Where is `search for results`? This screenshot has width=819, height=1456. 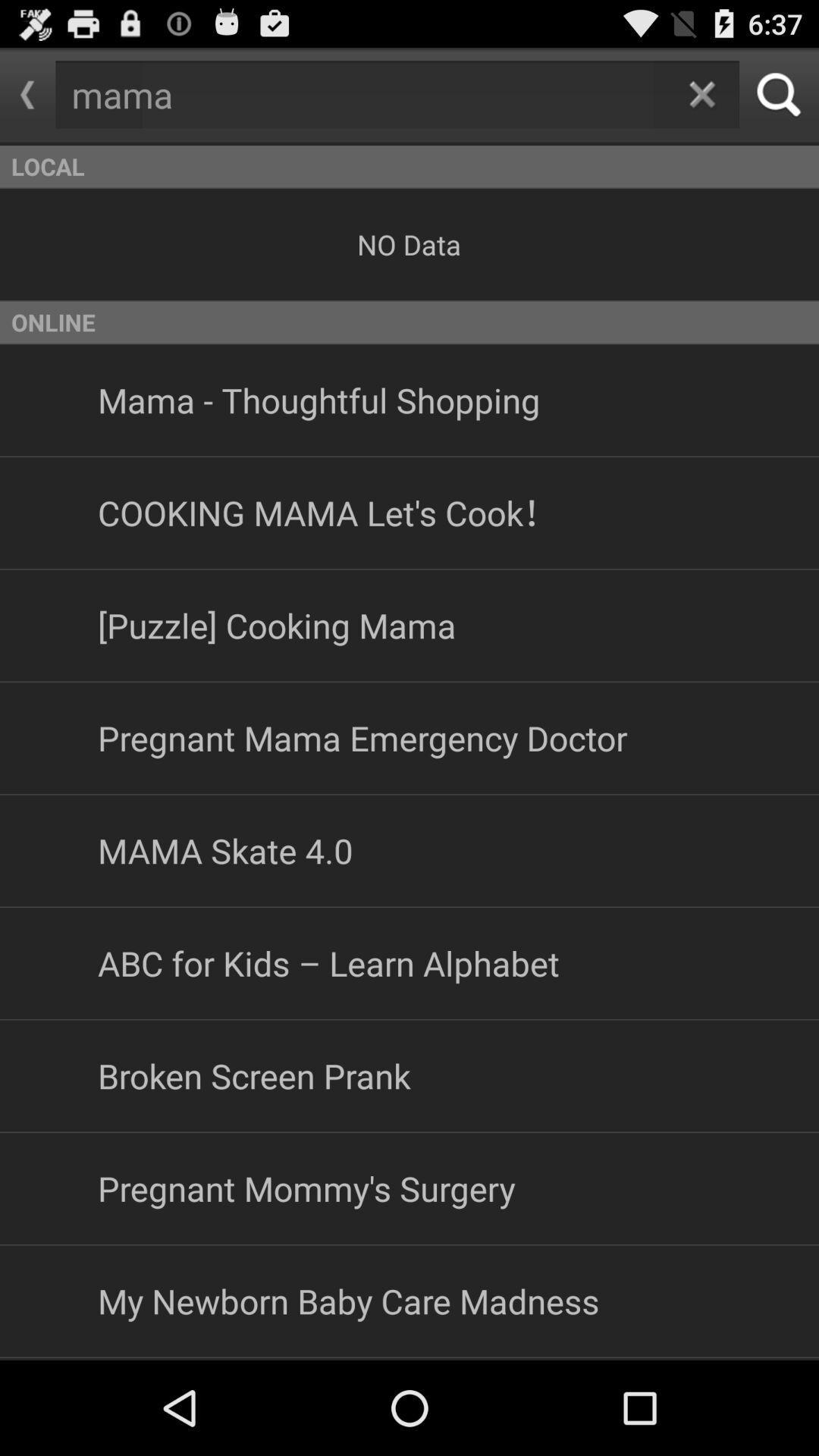 search for results is located at coordinates (779, 94).